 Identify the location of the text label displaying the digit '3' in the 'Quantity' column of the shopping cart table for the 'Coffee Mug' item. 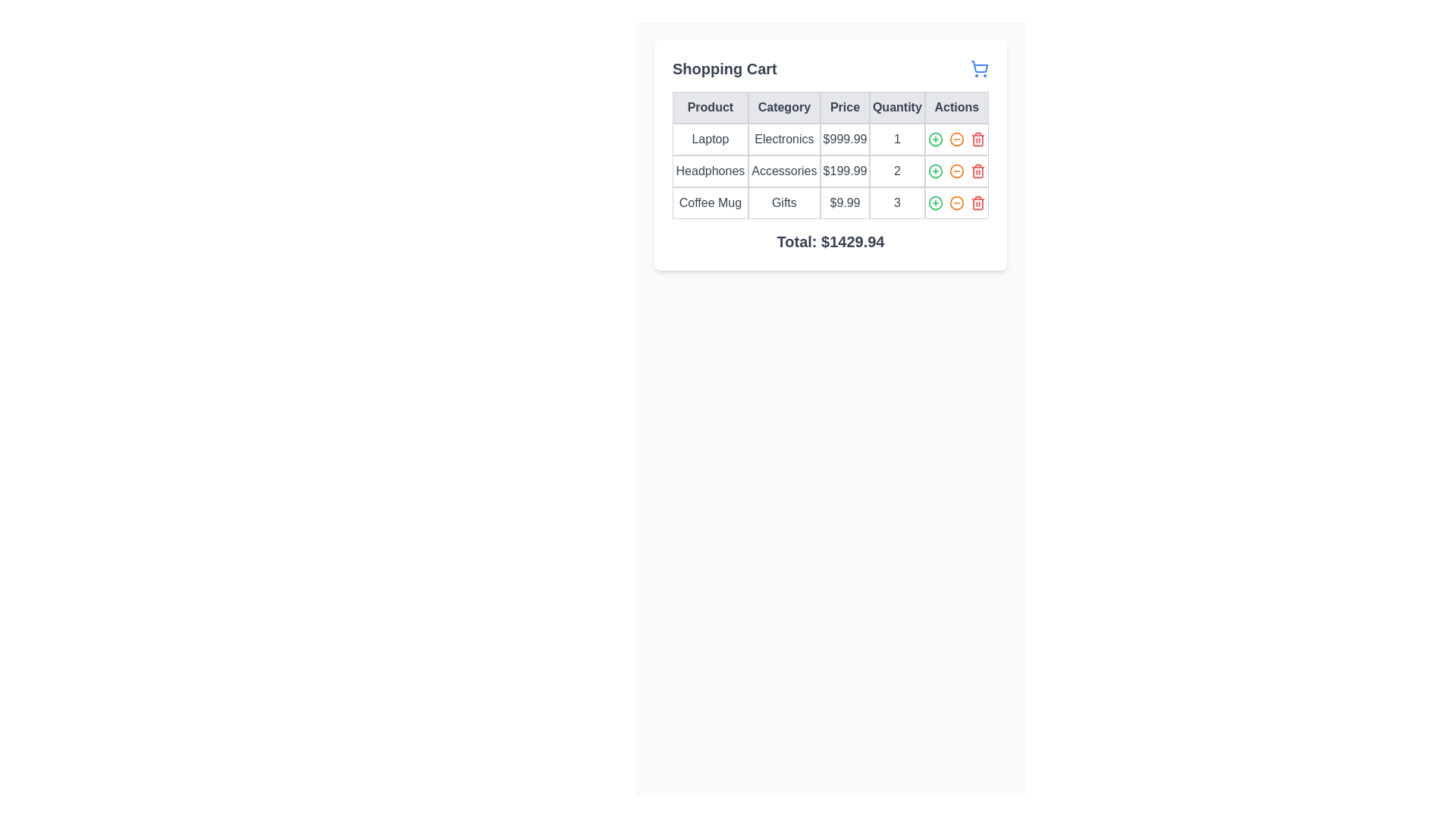
(897, 202).